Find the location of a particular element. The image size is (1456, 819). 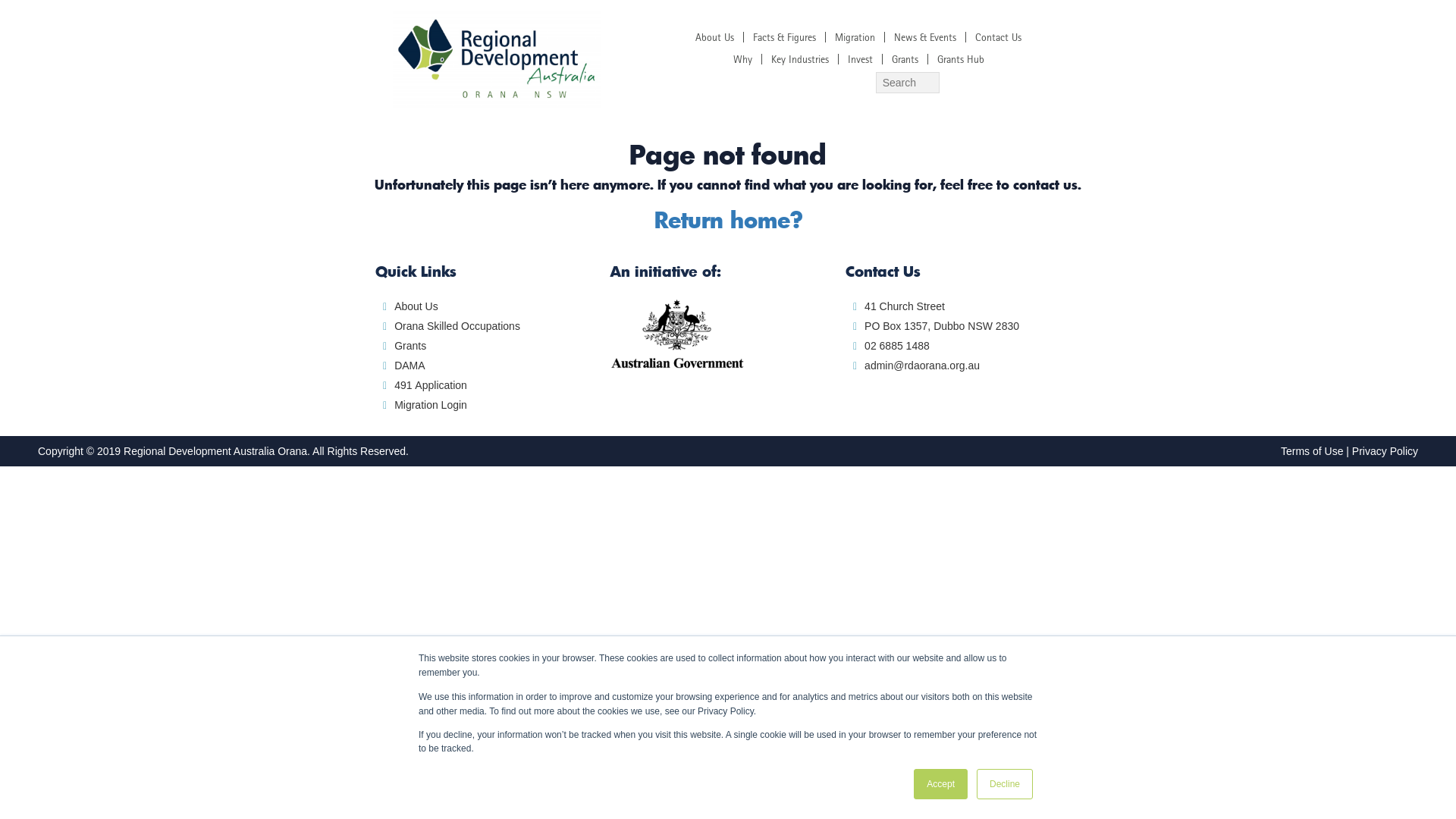

'DAMA' is located at coordinates (409, 366).